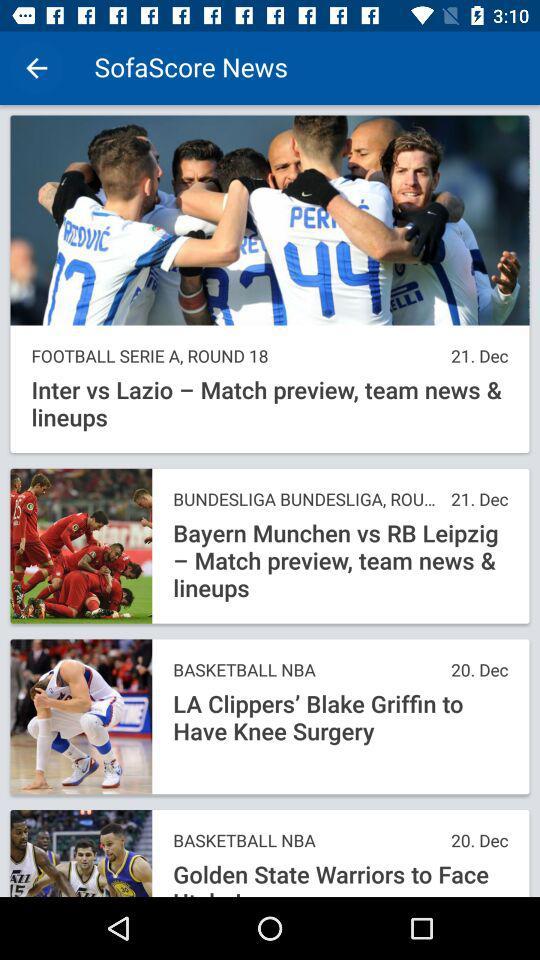 The height and width of the screenshot is (960, 540). Describe the element at coordinates (306, 498) in the screenshot. I see `the bundesliga bundesliga round` at that location.